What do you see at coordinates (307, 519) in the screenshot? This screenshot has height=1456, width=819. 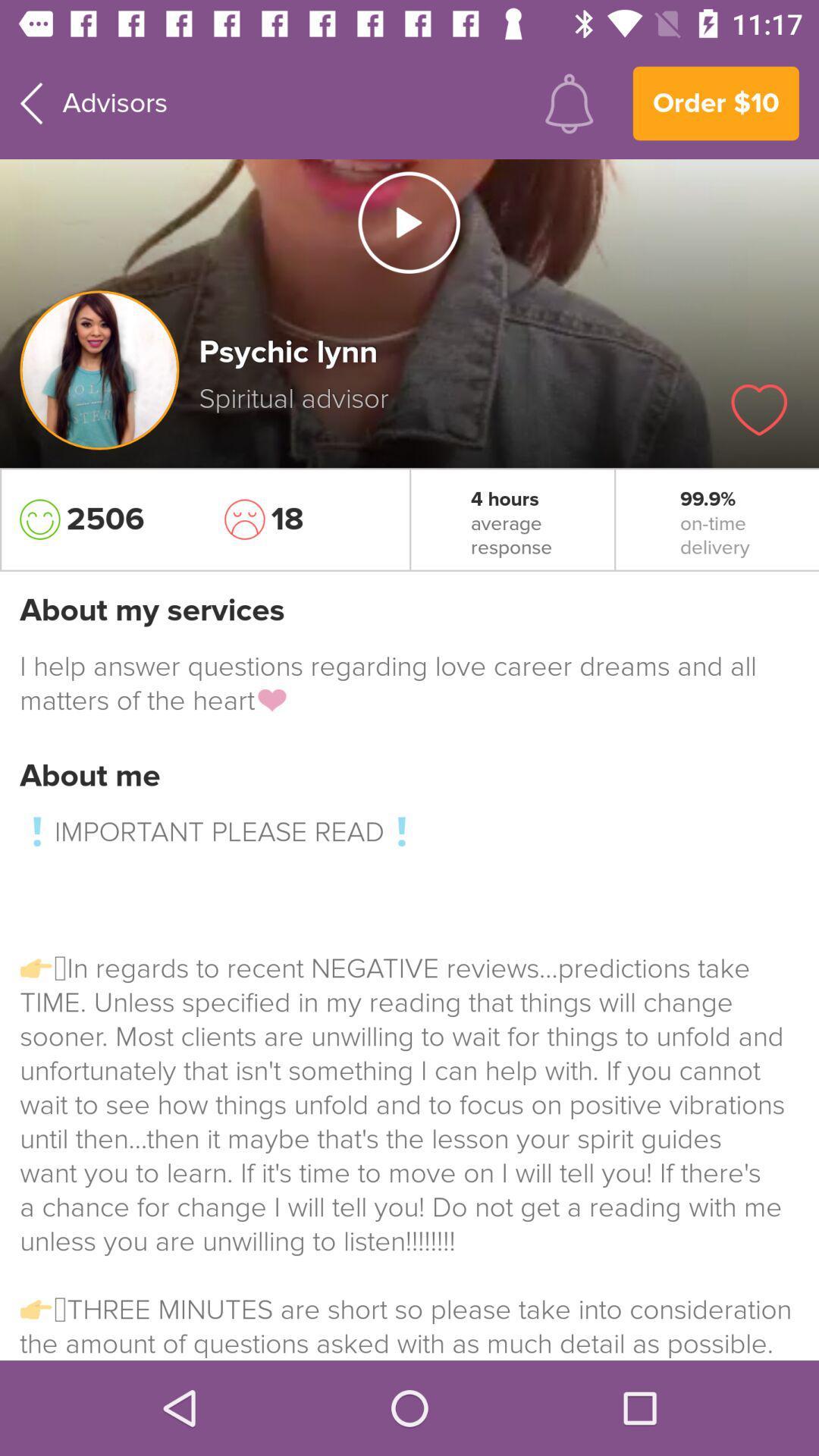 I see `item to the left of the 4 hours icon` at bounding box center [307, 519].